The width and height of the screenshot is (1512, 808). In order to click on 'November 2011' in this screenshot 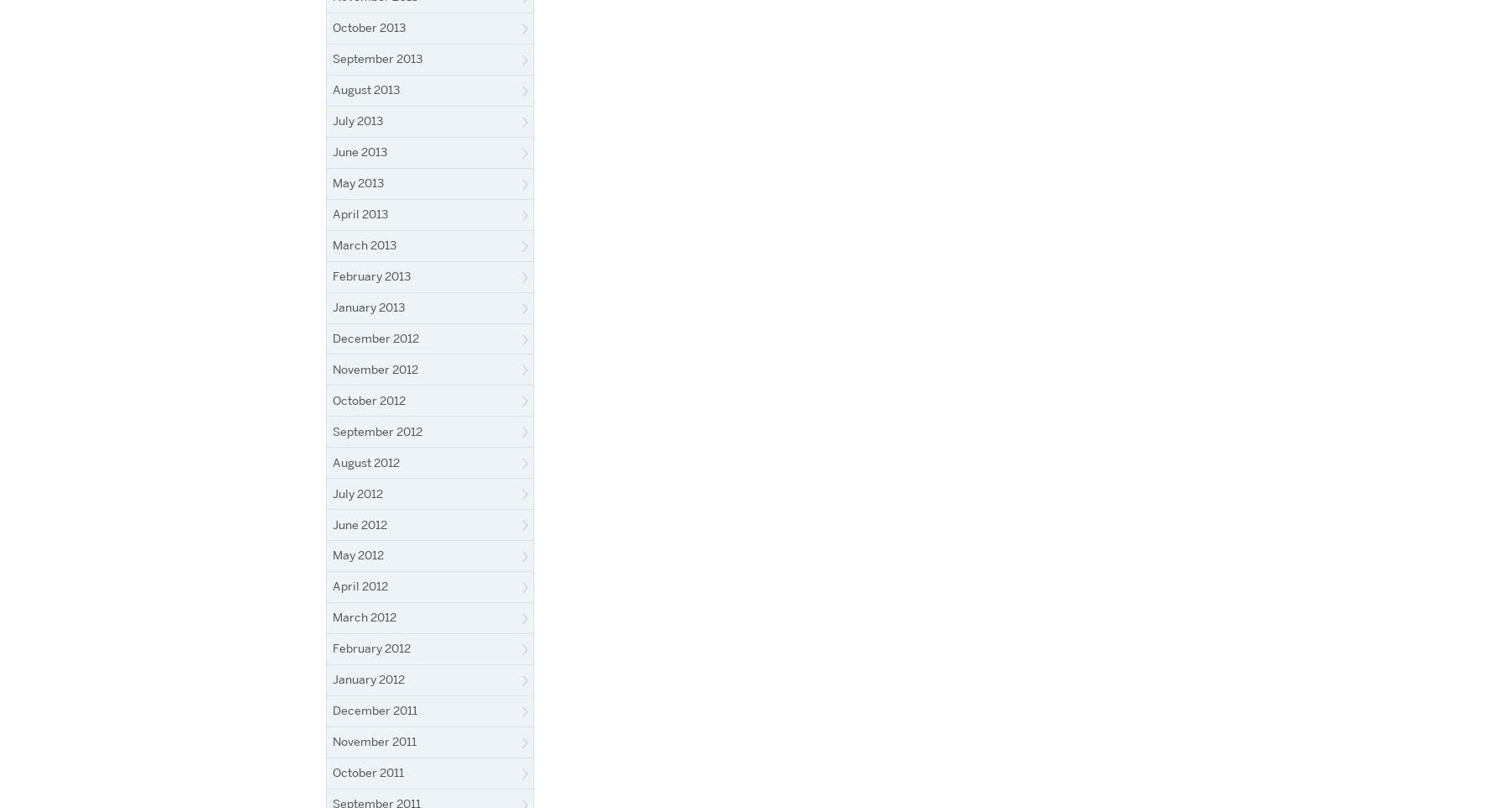, I will do `click(375, 741)`.